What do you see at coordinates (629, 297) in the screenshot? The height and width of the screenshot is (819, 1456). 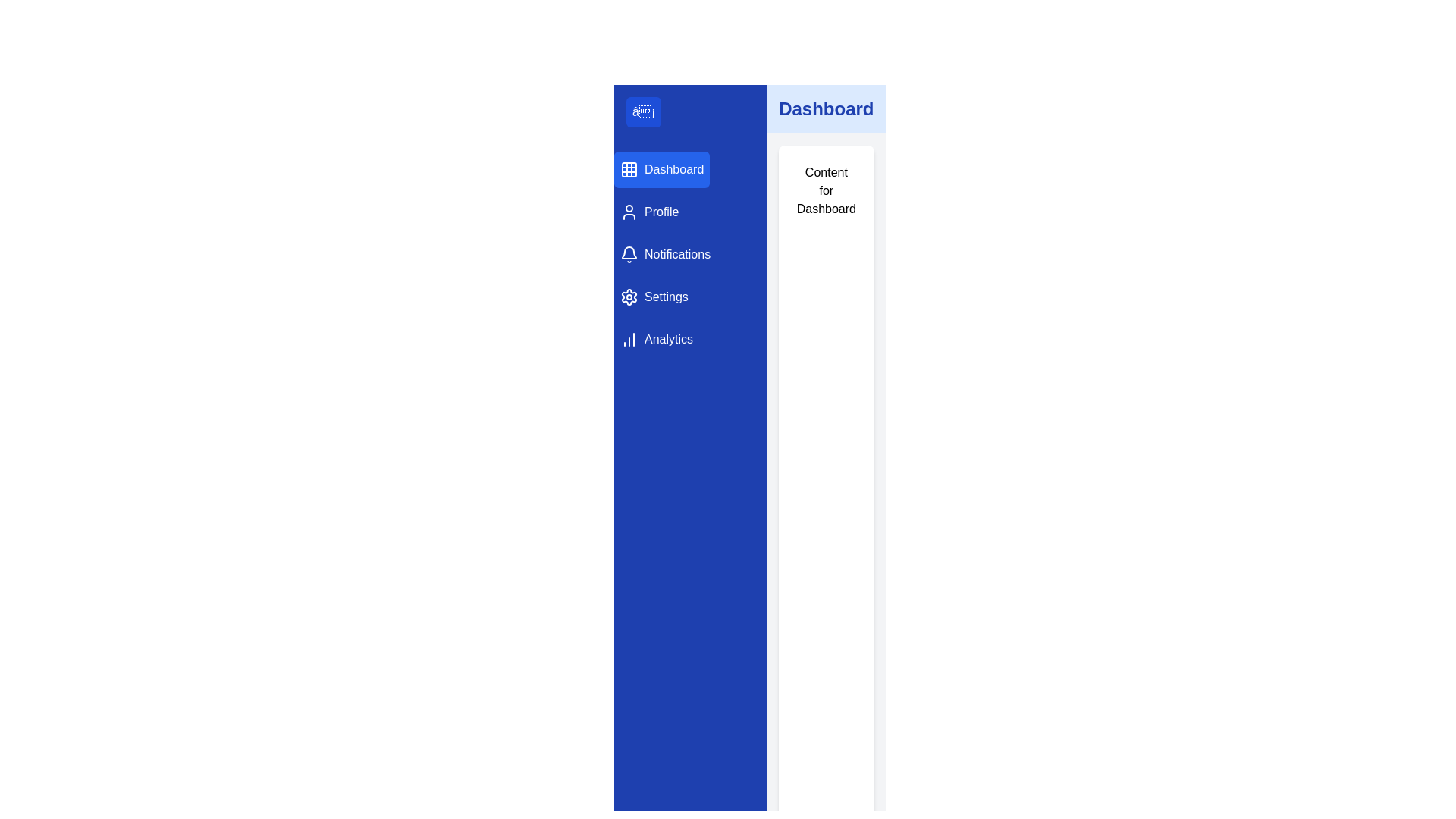 I see `the gear icon representing settings` at bounding box center [629, 297].